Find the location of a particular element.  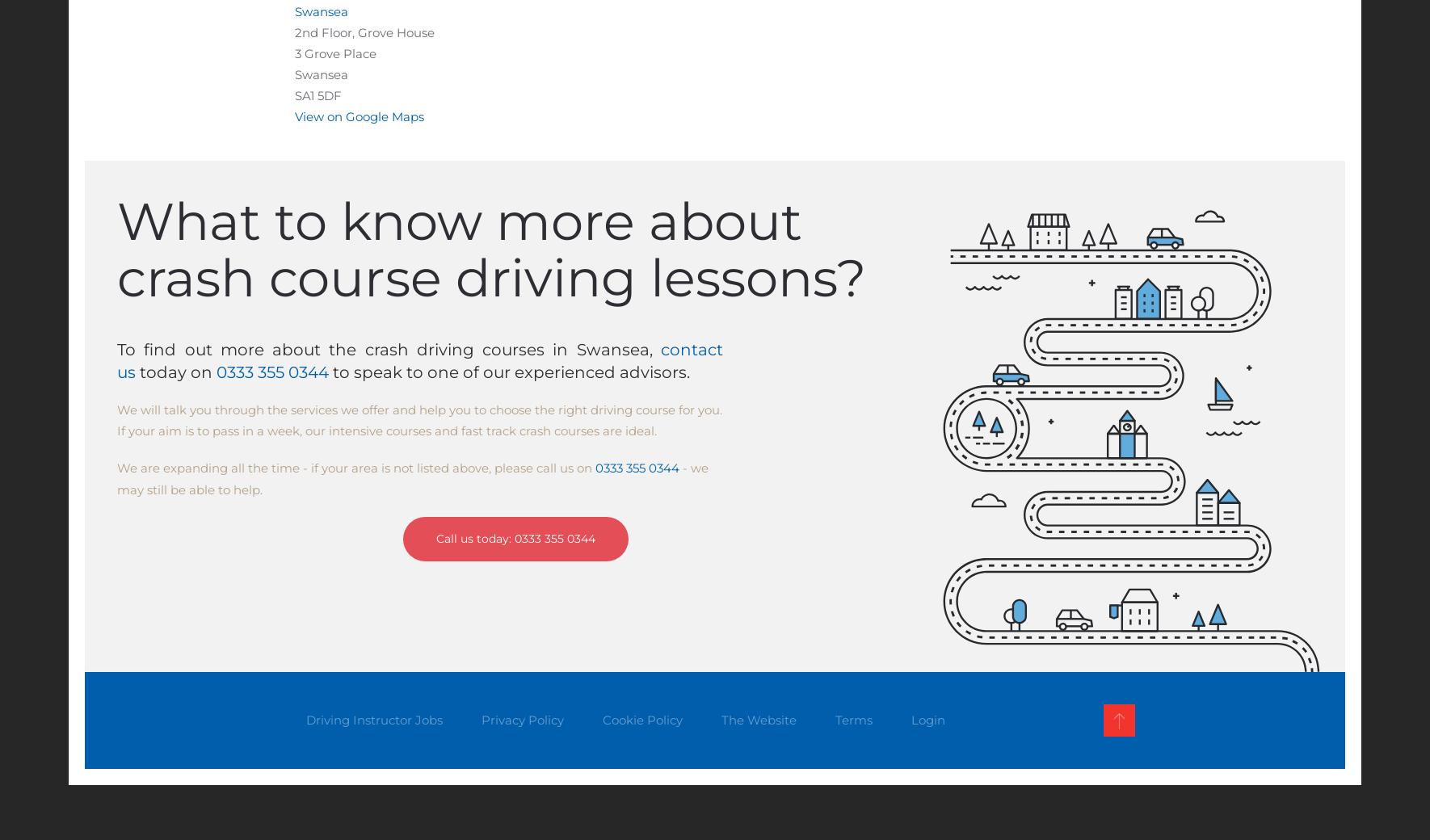

'We will talk you through the services we offer and help you to choose the right driving course for you. If your aim is to pass in a week, our intensive courses and fast track crash courses are ideal.' is located at coordinates (419, 420).